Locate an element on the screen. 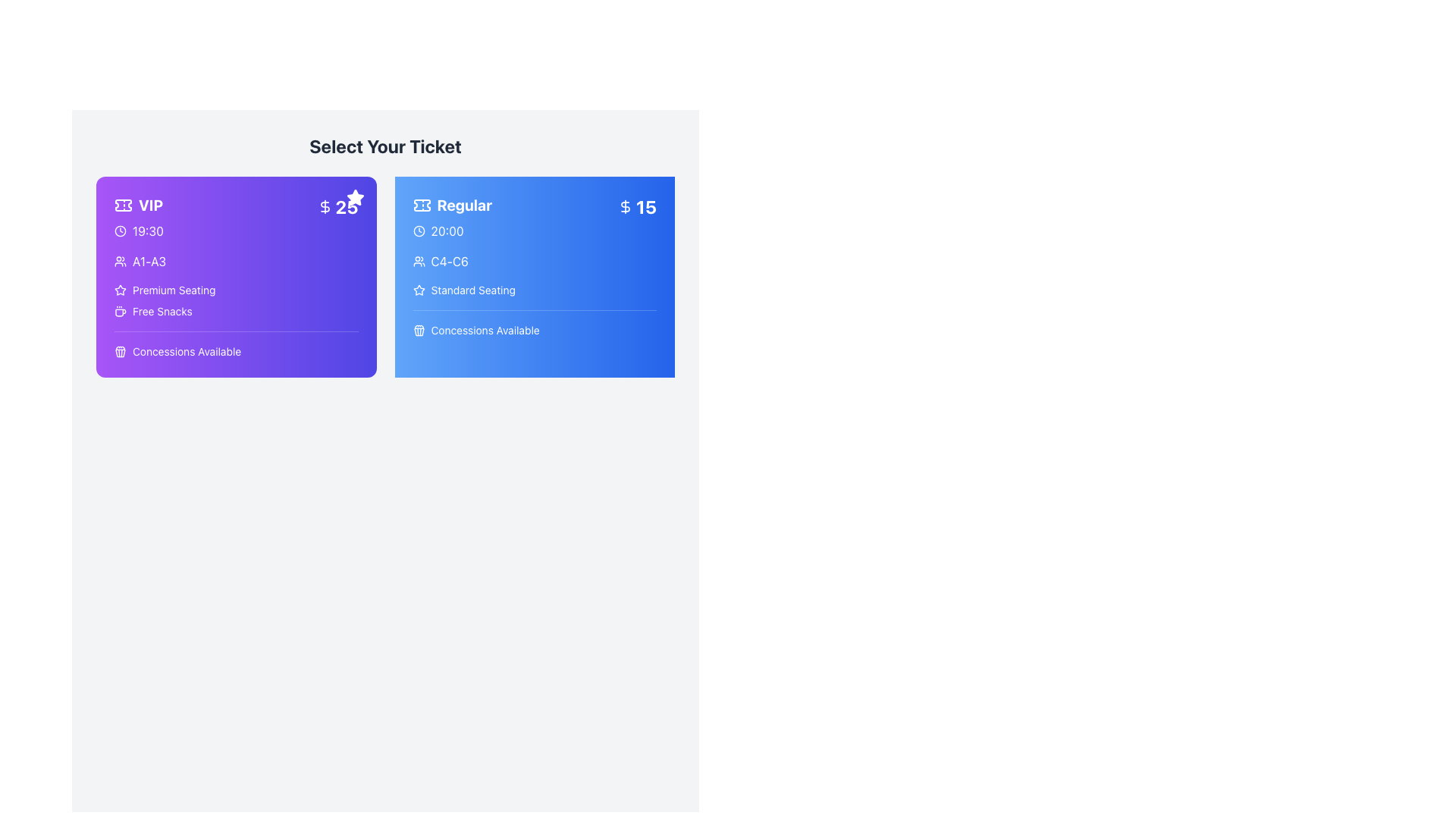 Image resolution: width=1456 pixels, height=819 pixels. the informational text label indicating the availability of concessions for the VIP ticket option, located in the bottom-left section of the purple card labeled 'VIP' is located at coordinates (186, 351).